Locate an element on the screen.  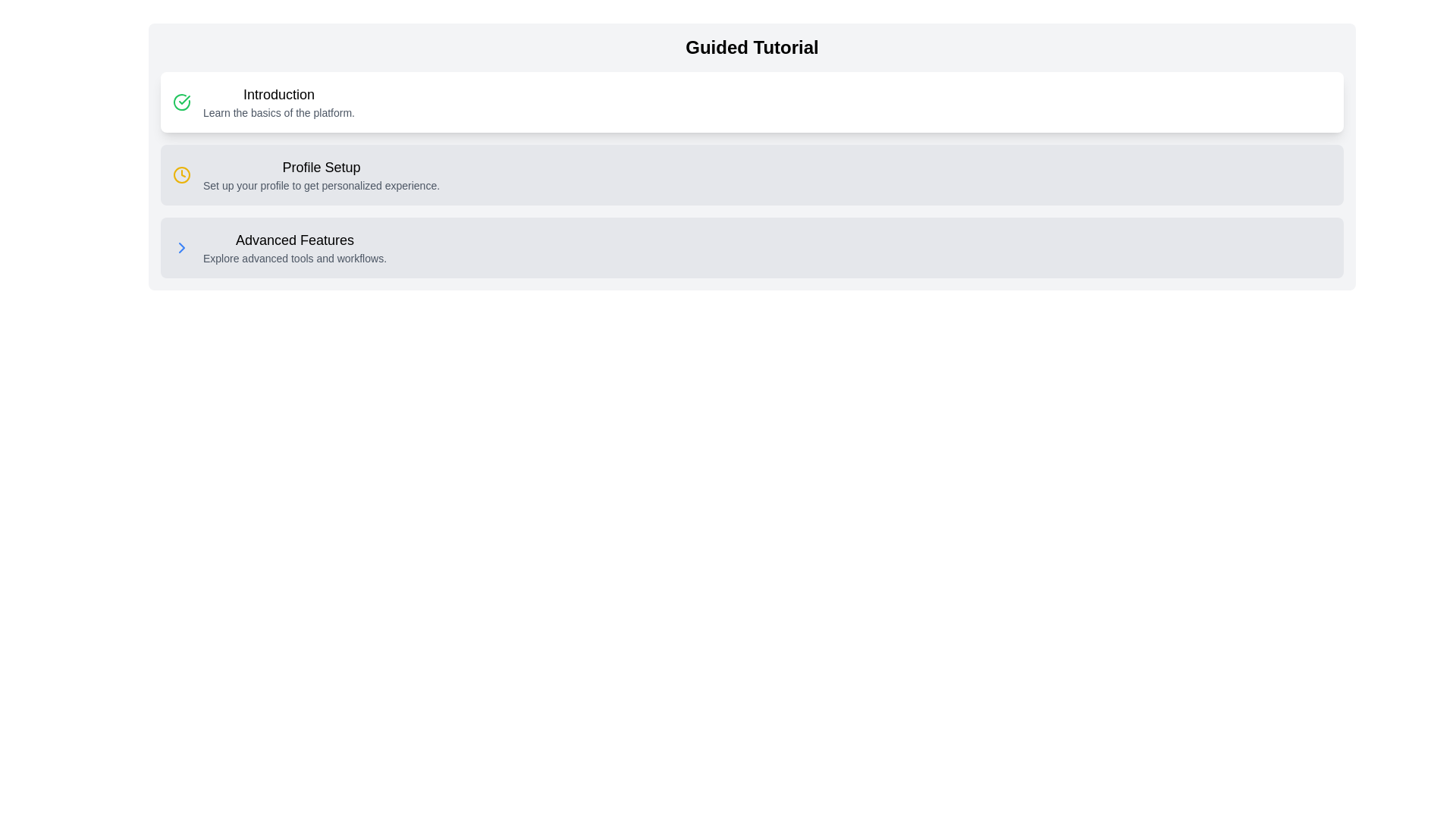
the title and description text block at the top of the first card in the vertically-aligned list of the guided tutorial is located at coordinates (279, 102).